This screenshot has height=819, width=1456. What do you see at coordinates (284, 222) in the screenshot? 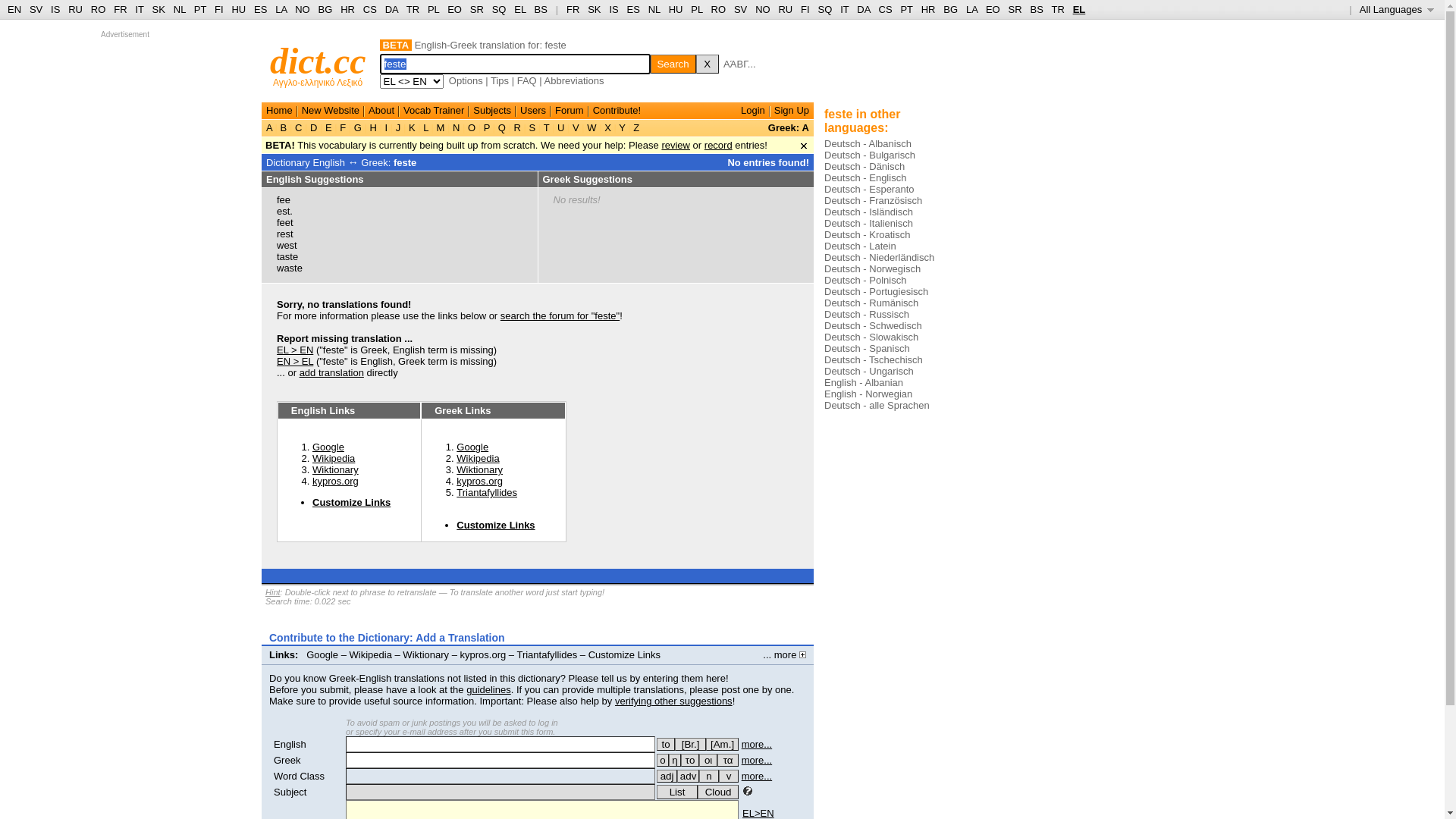
I see `'feet'` at bounding box center [284, 222].